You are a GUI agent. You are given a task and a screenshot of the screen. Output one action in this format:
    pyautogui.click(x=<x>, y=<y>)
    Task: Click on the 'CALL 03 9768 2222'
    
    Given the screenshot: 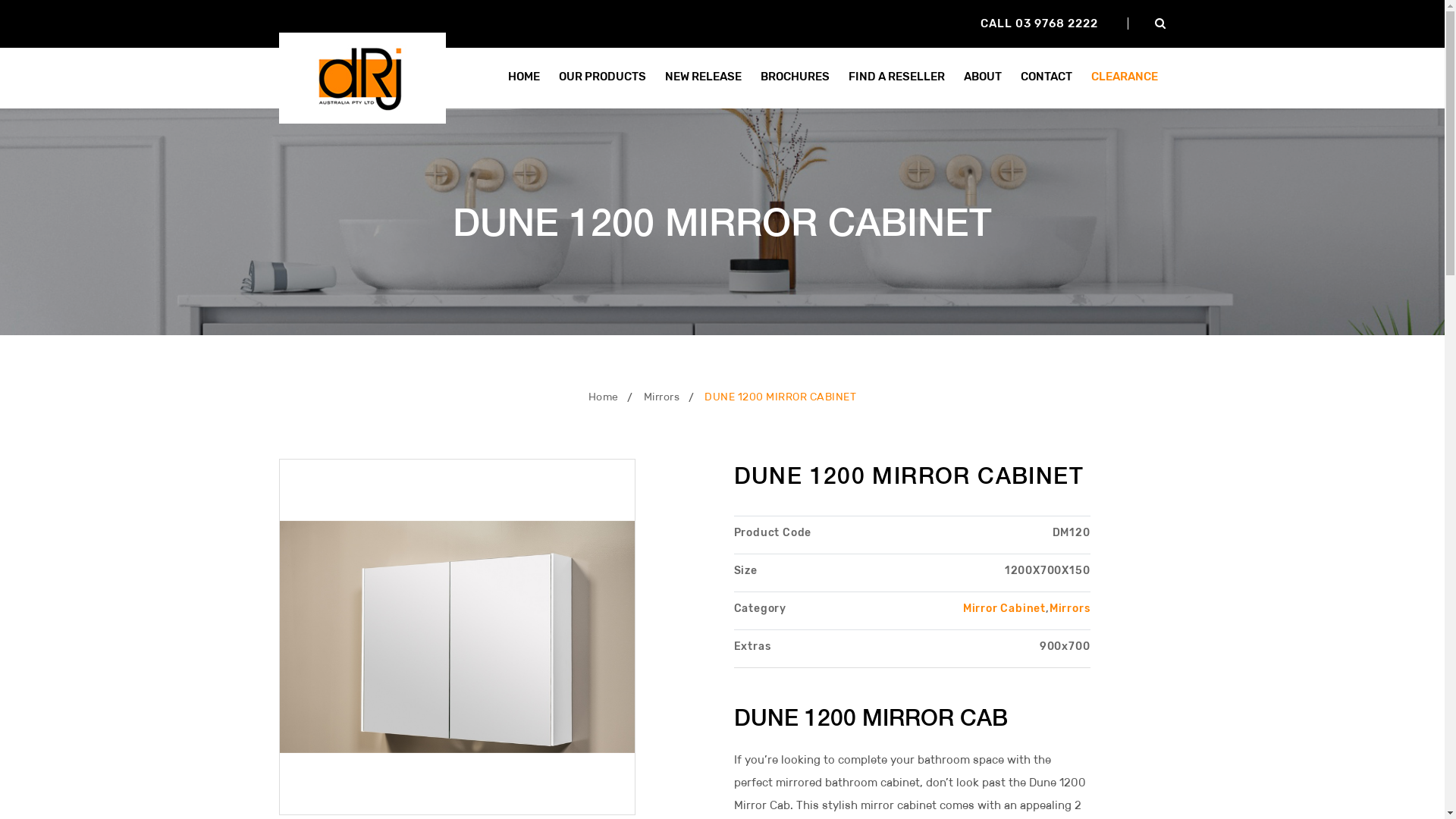 What is the action you would take?
    pyautogui.click(x=1037, y=23)
    